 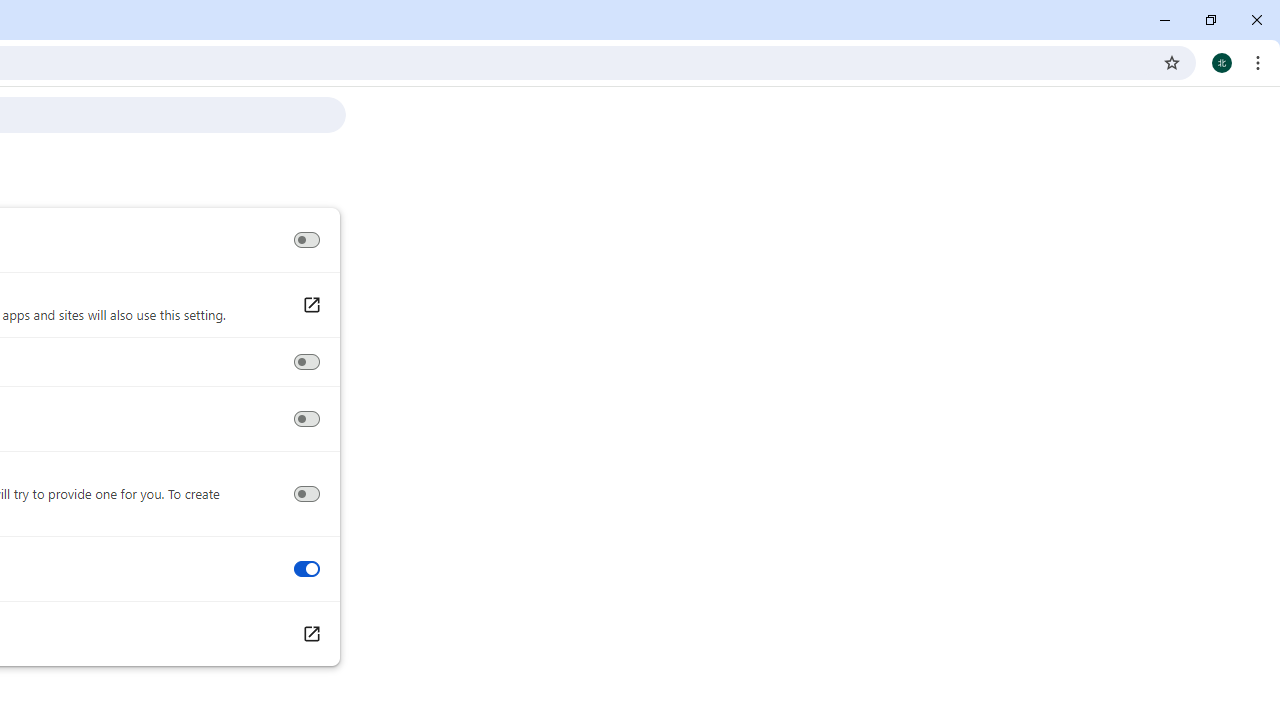 What do you see at coordinates (305, 569) in the screenshot?
I see `'Swipe between pages'` at bounding box center [305, 569].